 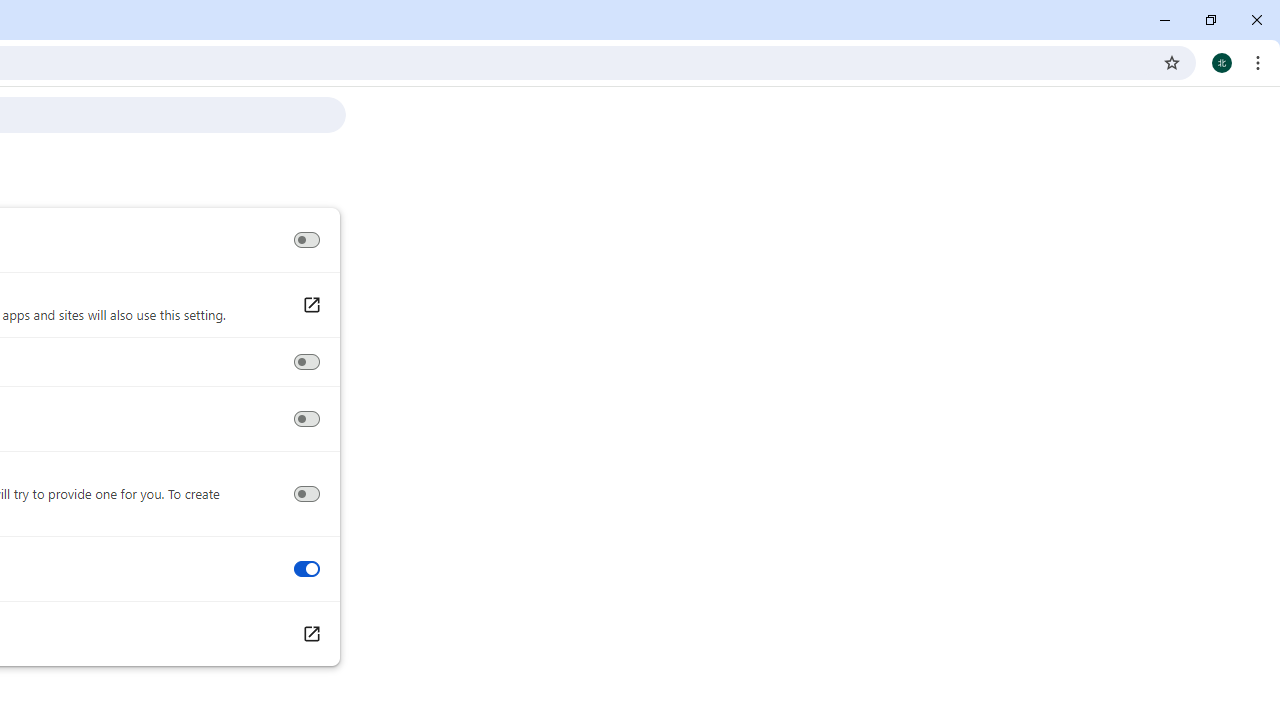 What do you see at coordinates (305, 569) in the screenshot?
I see `'Swipe between pages'` at bounding box center [305, 569].